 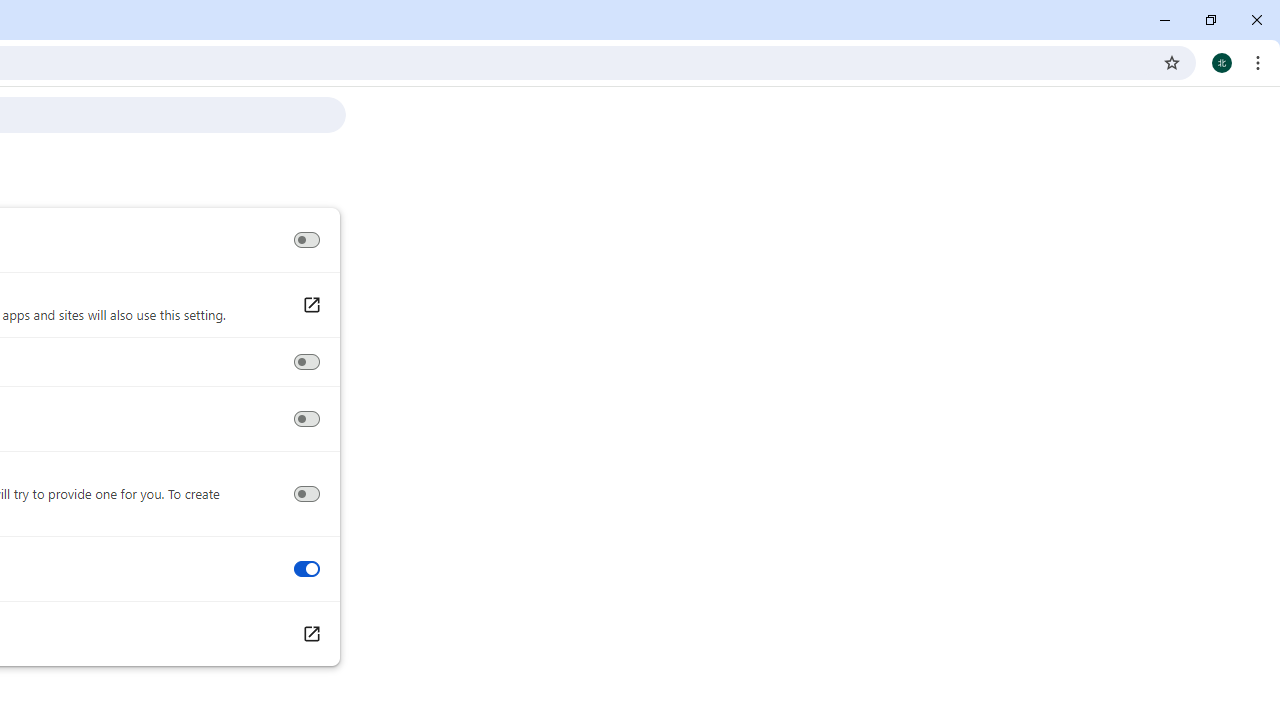 What do you see at coordinates (305, 569) in the screenshot?
I see `'Swipe between pages'` at bounding box center [305, 569].